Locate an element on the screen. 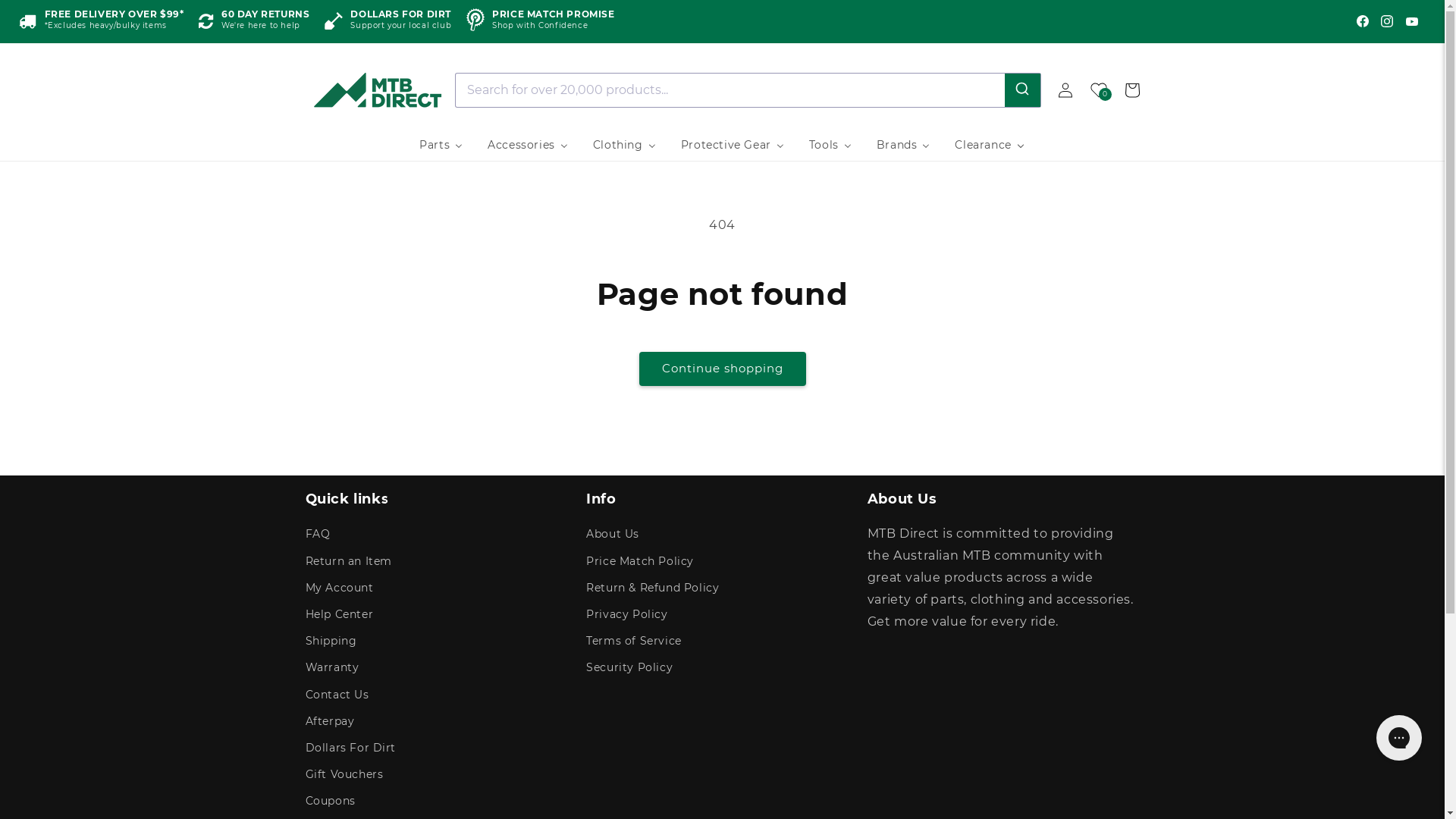 The width and height of the screenshot is (1456, 819). 'Find us on Facebook' is located at coordinates (1362, 20).